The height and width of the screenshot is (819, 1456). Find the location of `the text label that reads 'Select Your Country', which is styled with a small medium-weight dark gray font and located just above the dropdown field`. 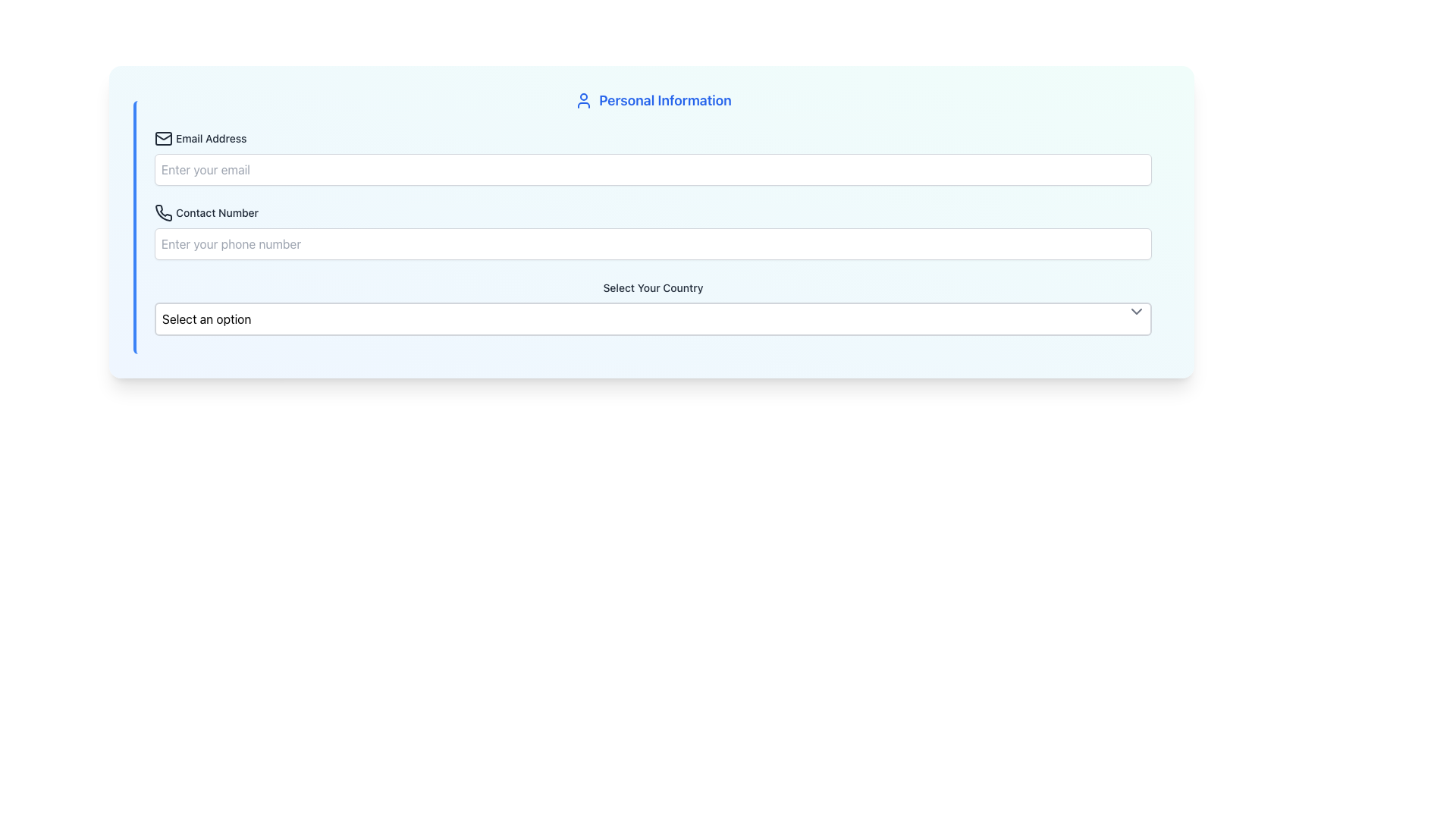

the text label that reads 'Select Your Country', which is styled with a small medium-weight dark gray font and located just above the dropdown field is located at coordinates (653, 287).